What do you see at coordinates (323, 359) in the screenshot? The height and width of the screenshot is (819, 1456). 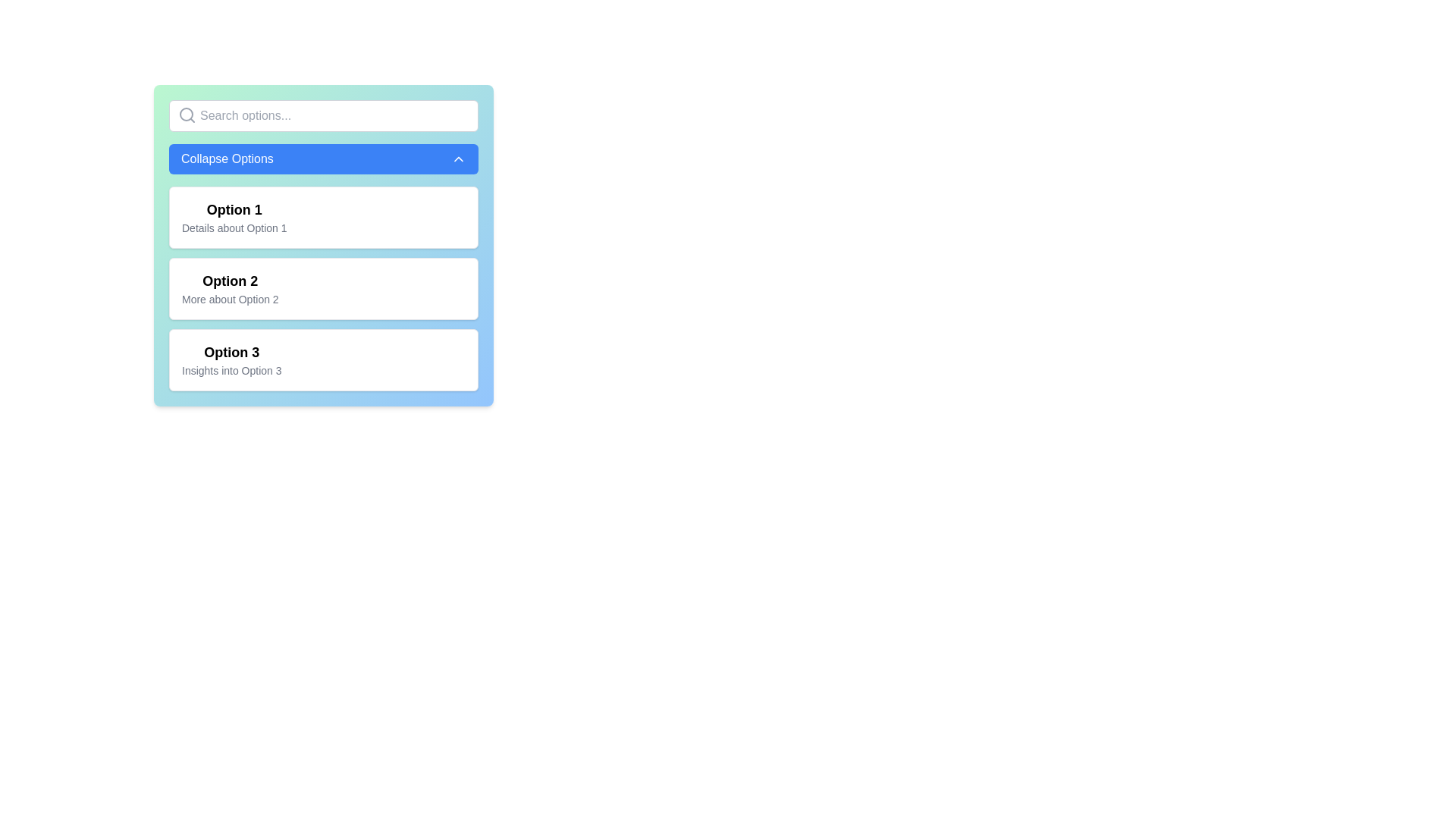 I see `the Card component that represents 'Option 3' in the selectable list, positioned below 'Option 2'` at bounding box center [323, 359].